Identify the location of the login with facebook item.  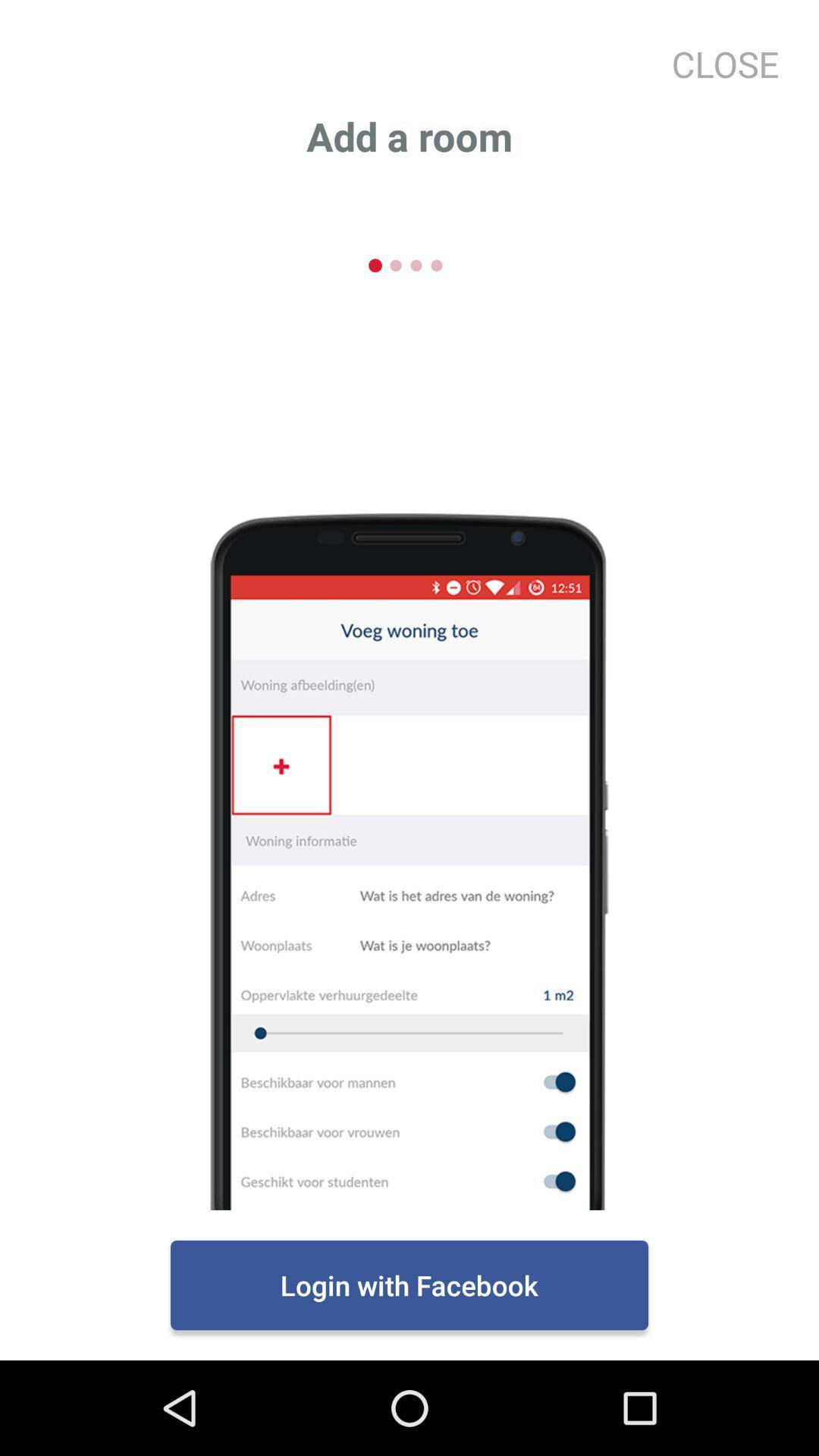
(409, 1284).